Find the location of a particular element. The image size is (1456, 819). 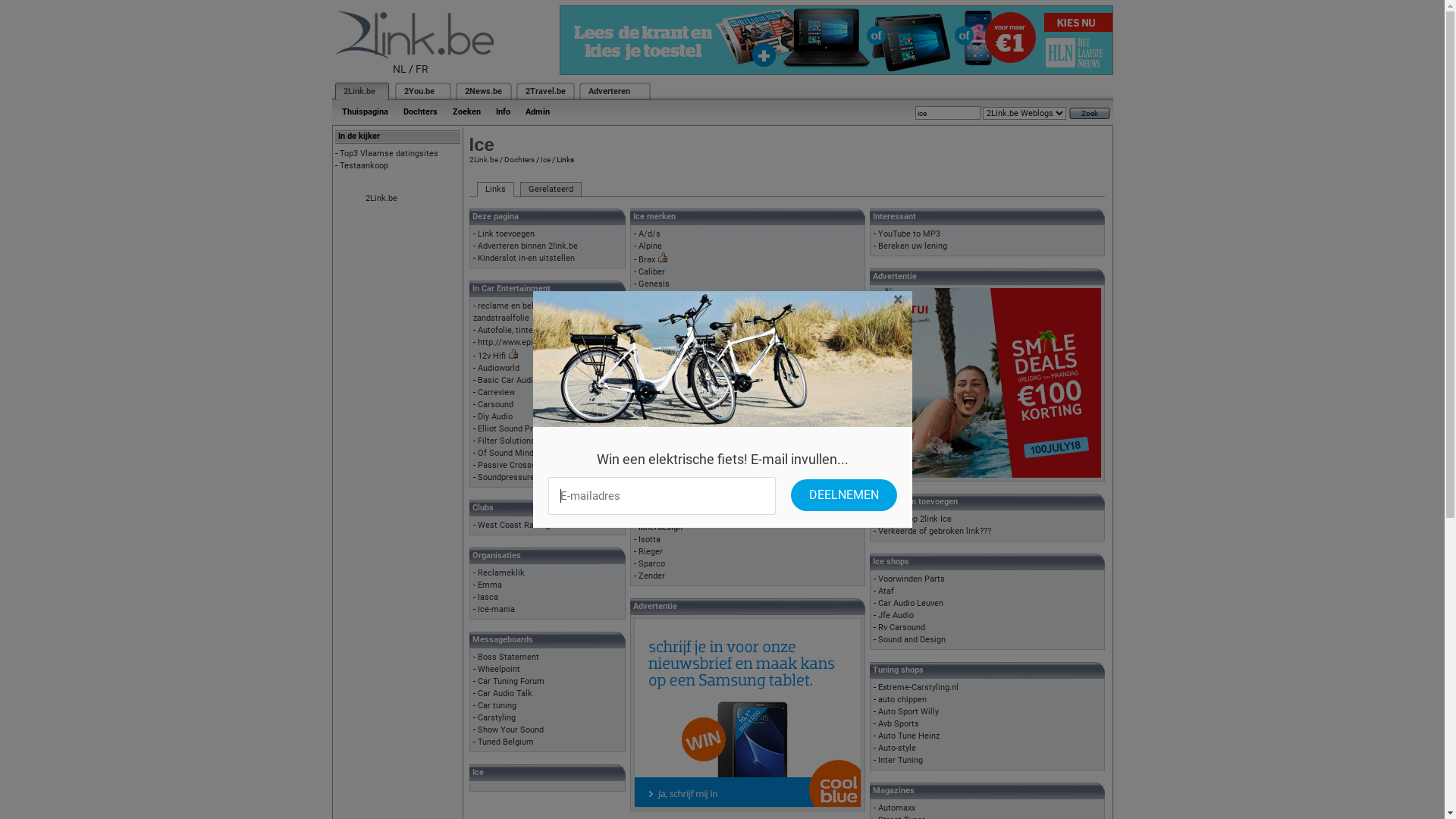

'Extreme-Carstyling.nl' is located at coordinates (877, 687).